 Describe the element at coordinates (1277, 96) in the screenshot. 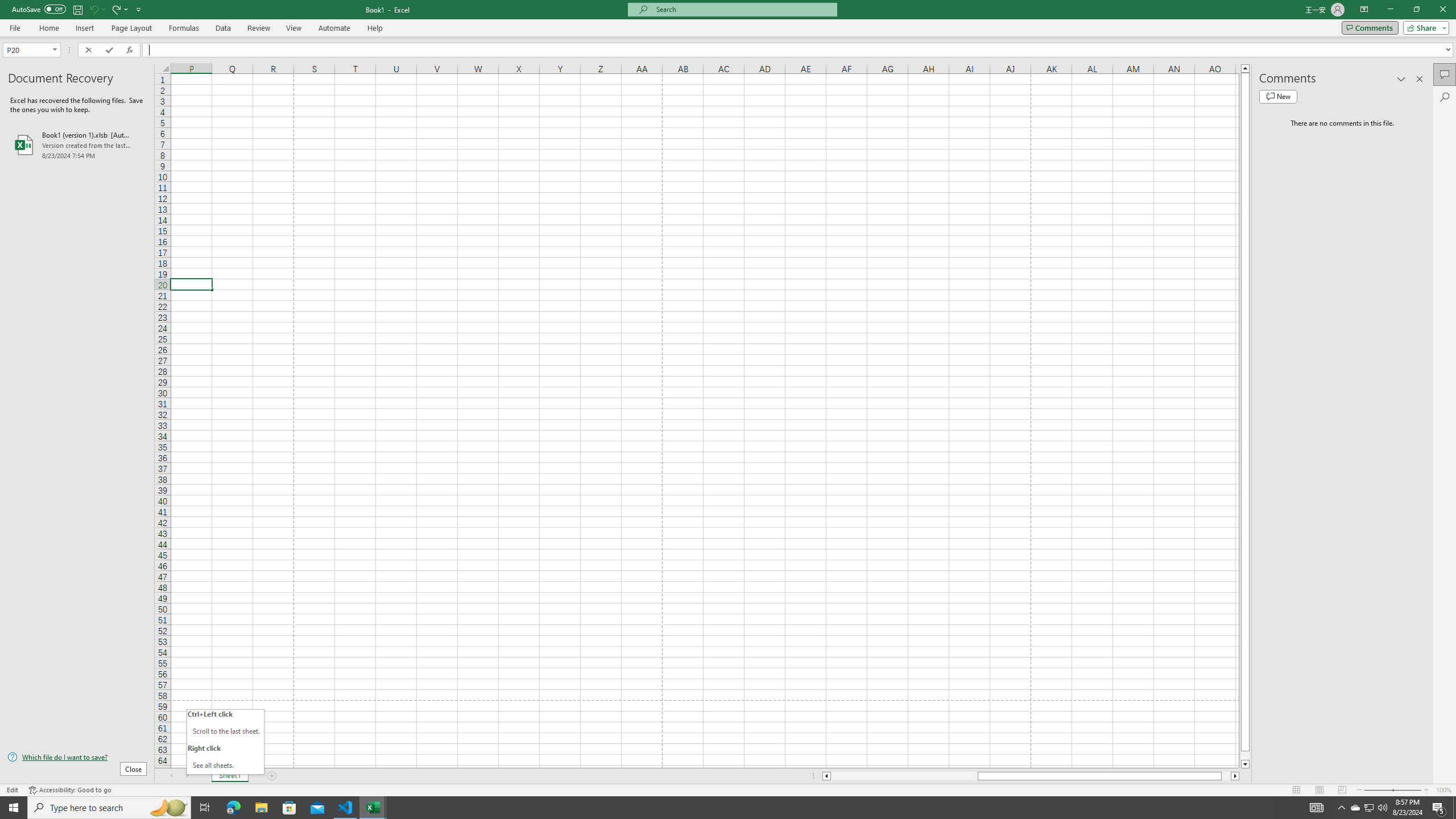

I see `'New comment'` at that location.